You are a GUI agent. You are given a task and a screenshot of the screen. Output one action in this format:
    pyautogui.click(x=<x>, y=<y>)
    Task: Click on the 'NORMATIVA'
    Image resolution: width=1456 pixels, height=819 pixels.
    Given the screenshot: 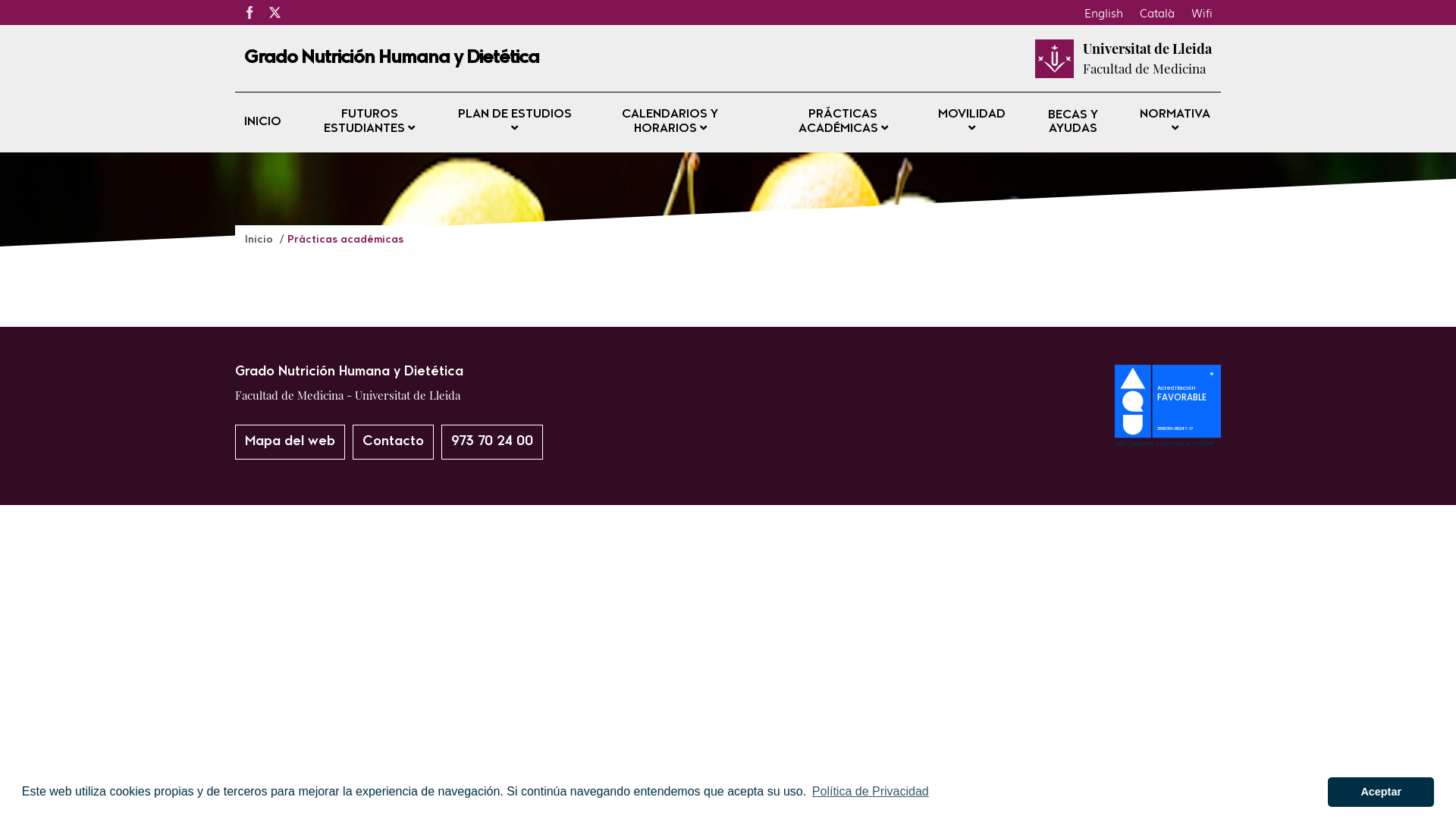 What is the action you would take?
    pyautogui.click(x=1128, y=121)
    